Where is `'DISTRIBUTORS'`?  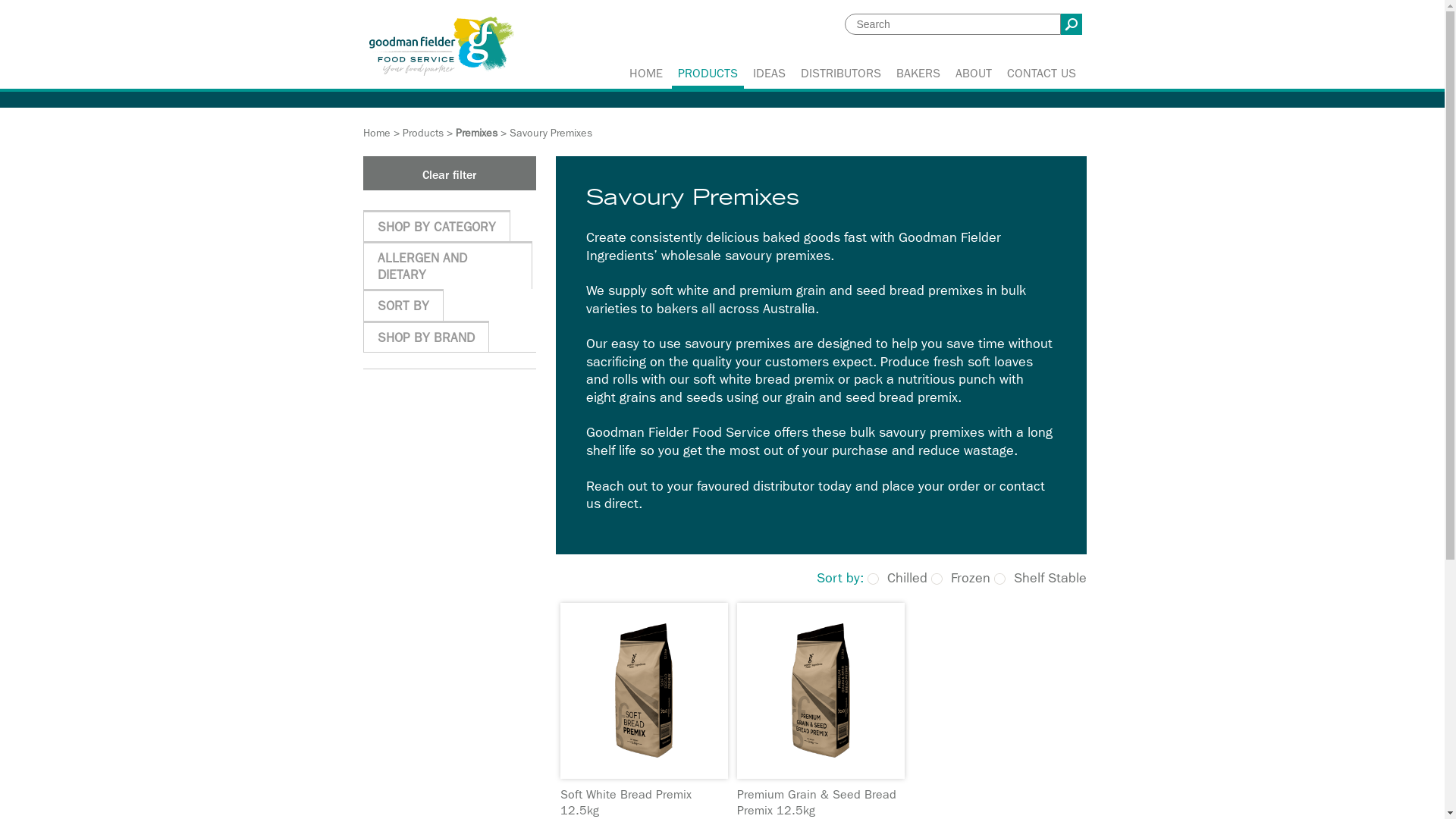 'DISTRIBUTORS' is located at coordinates (839, 74).